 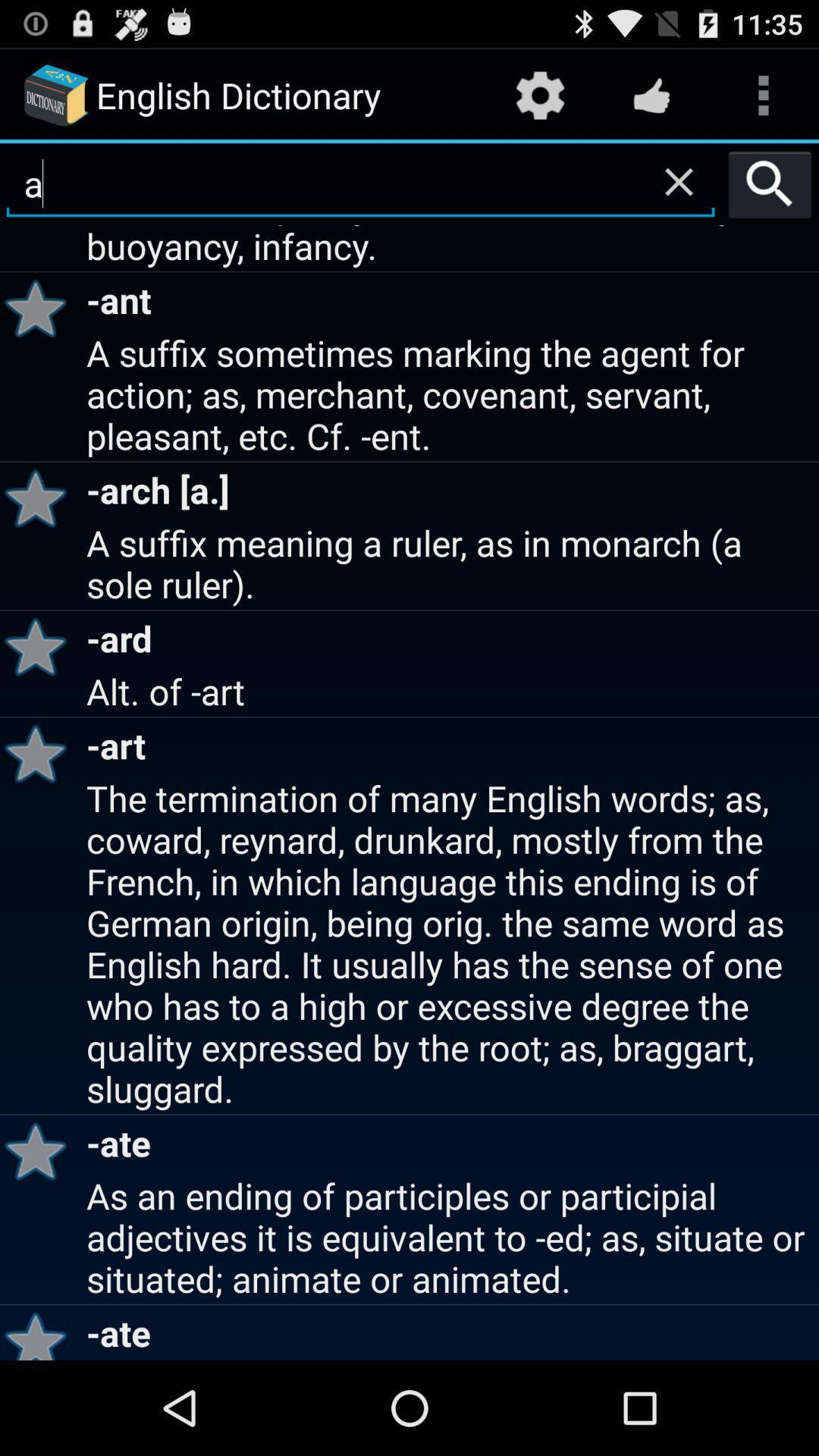 I want to click on icon below as an ending item, so click(x=40, y=1332).